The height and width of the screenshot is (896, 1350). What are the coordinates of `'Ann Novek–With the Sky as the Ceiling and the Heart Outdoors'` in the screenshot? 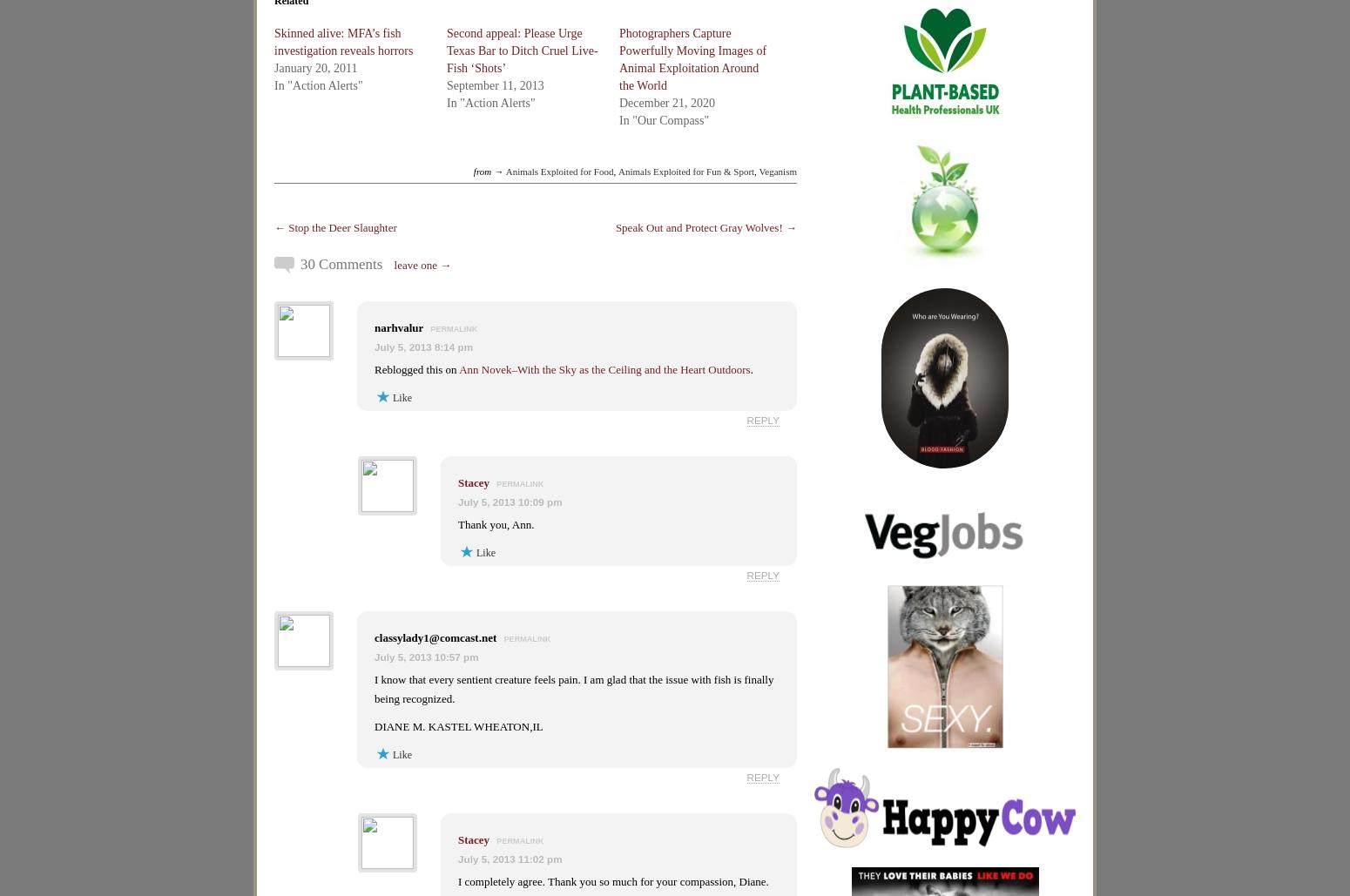 It's located at (458, 368).